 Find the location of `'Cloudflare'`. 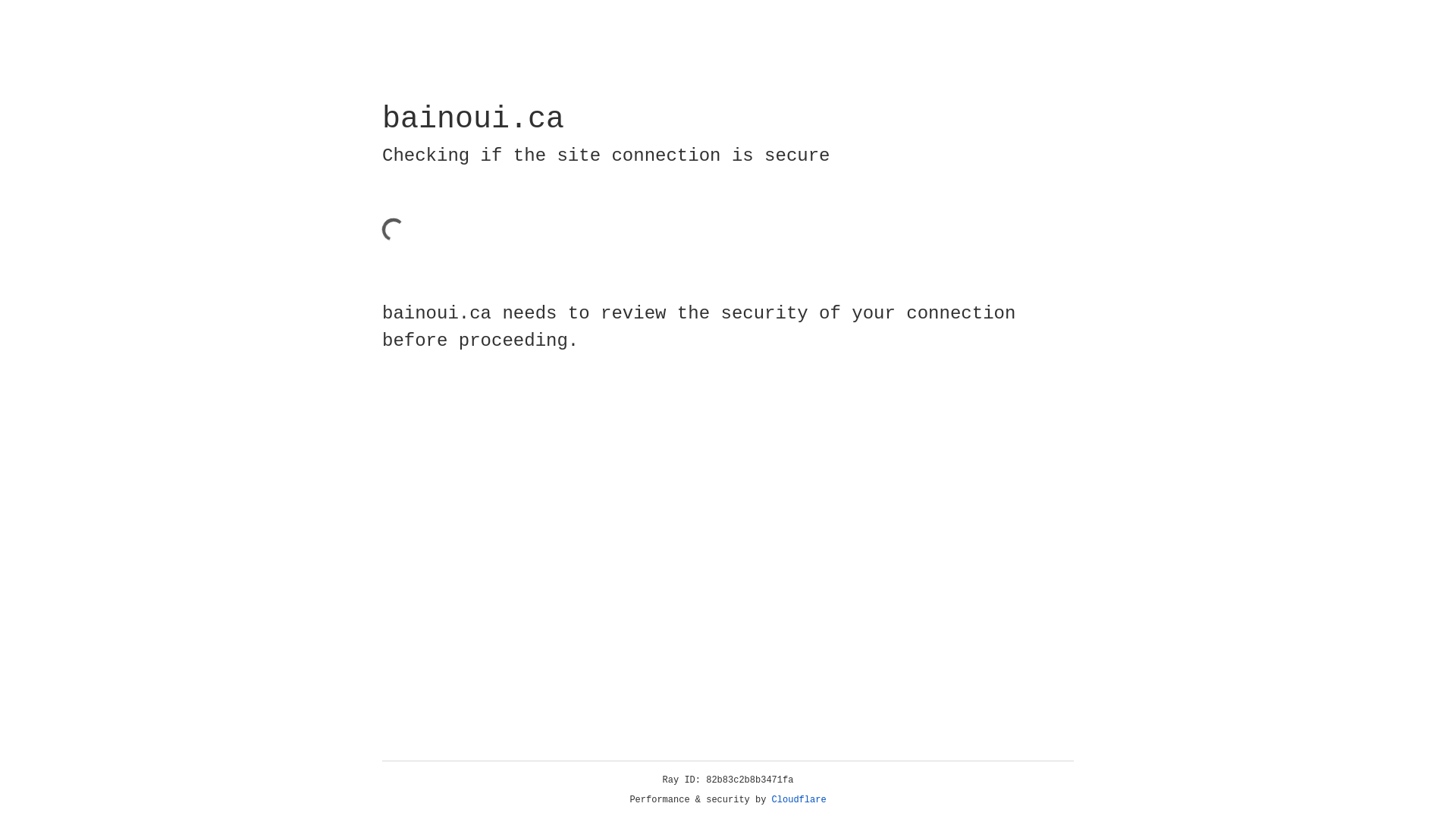

'Cloudflare' is located at coordinates (771, 799).